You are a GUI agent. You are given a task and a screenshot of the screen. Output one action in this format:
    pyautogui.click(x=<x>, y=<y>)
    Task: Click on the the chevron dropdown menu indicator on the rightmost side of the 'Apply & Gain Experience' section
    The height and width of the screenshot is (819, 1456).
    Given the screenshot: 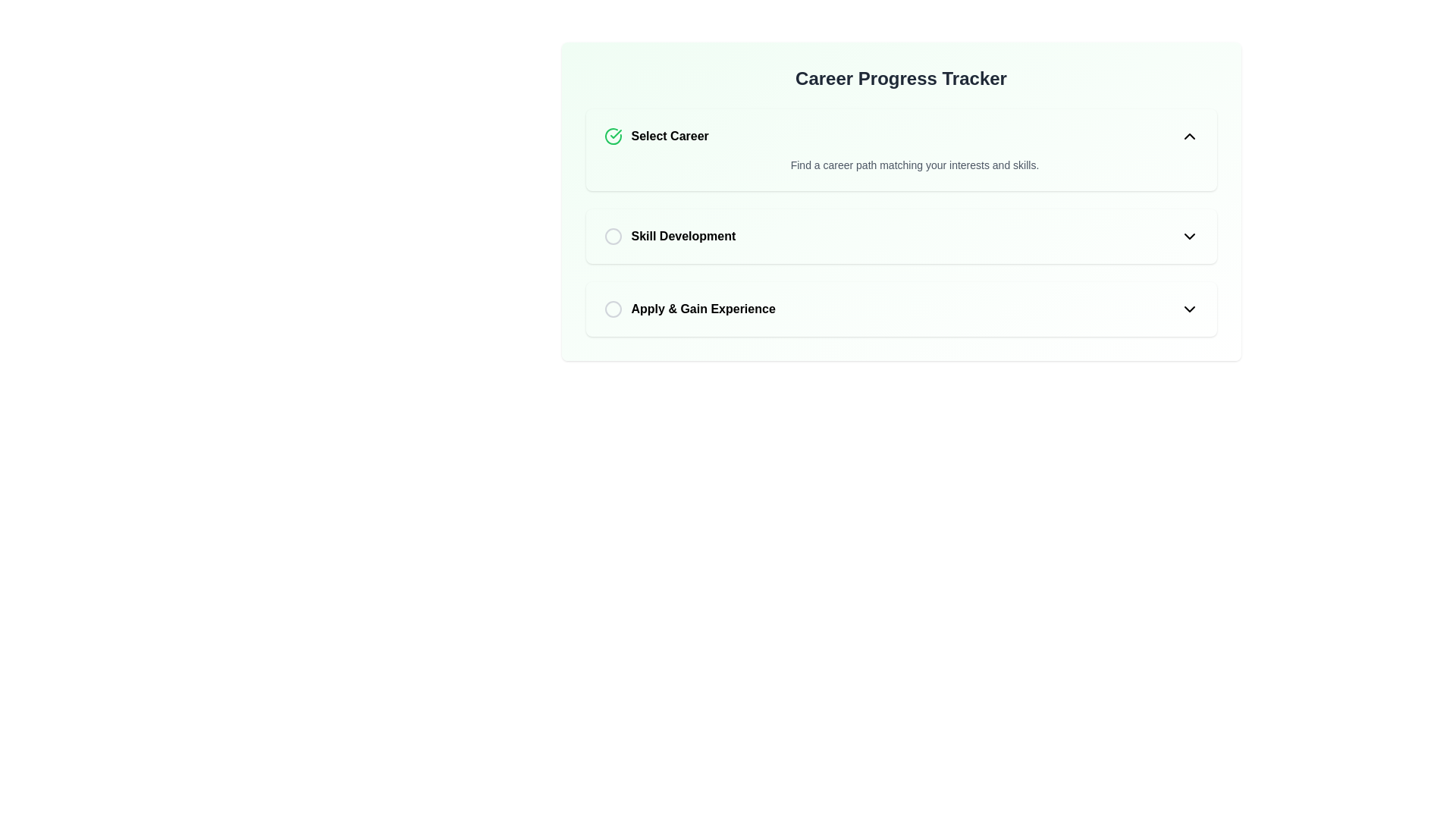 What is the action you would take?
    pyautogui.click(x=1188, y=309)
    